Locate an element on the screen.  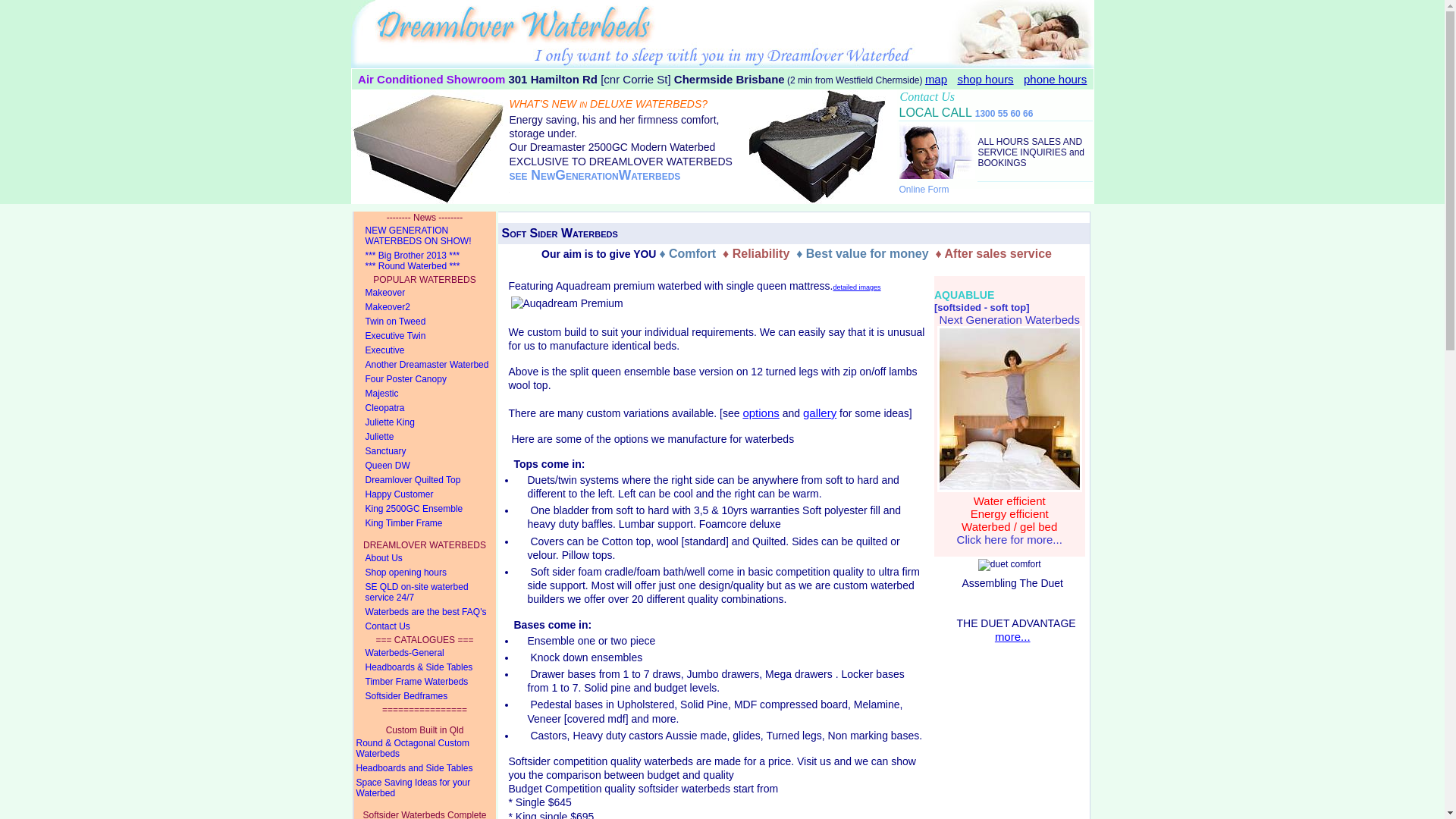
'Twin on Tweed' is located at coordinates (352, 321).